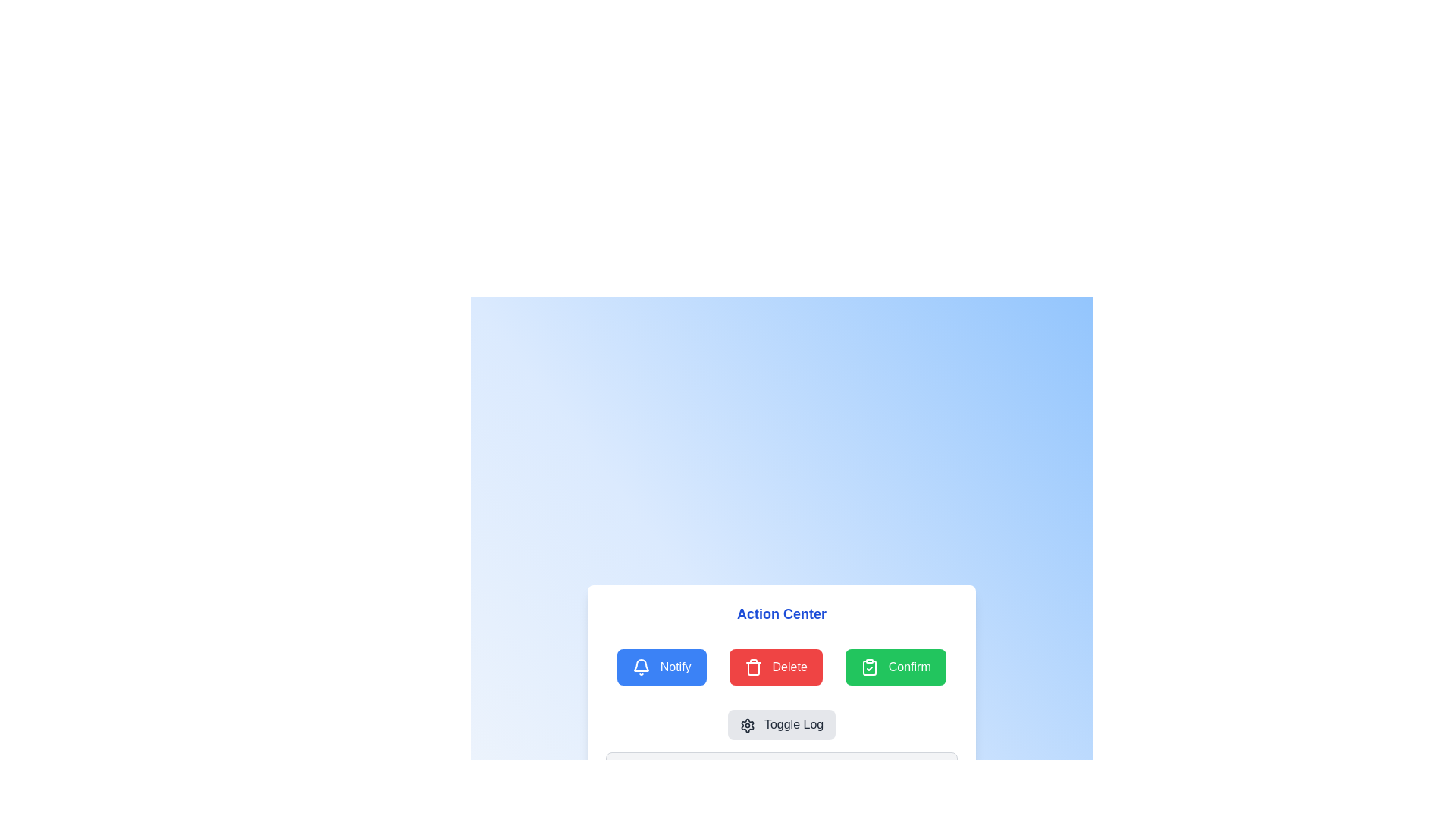  I want to click on the clipboard icon with a checkmark overlay, which is located inside the green 'Confirm' button at the right end of the button row under the 'Action Center' title, so click(870, 667).